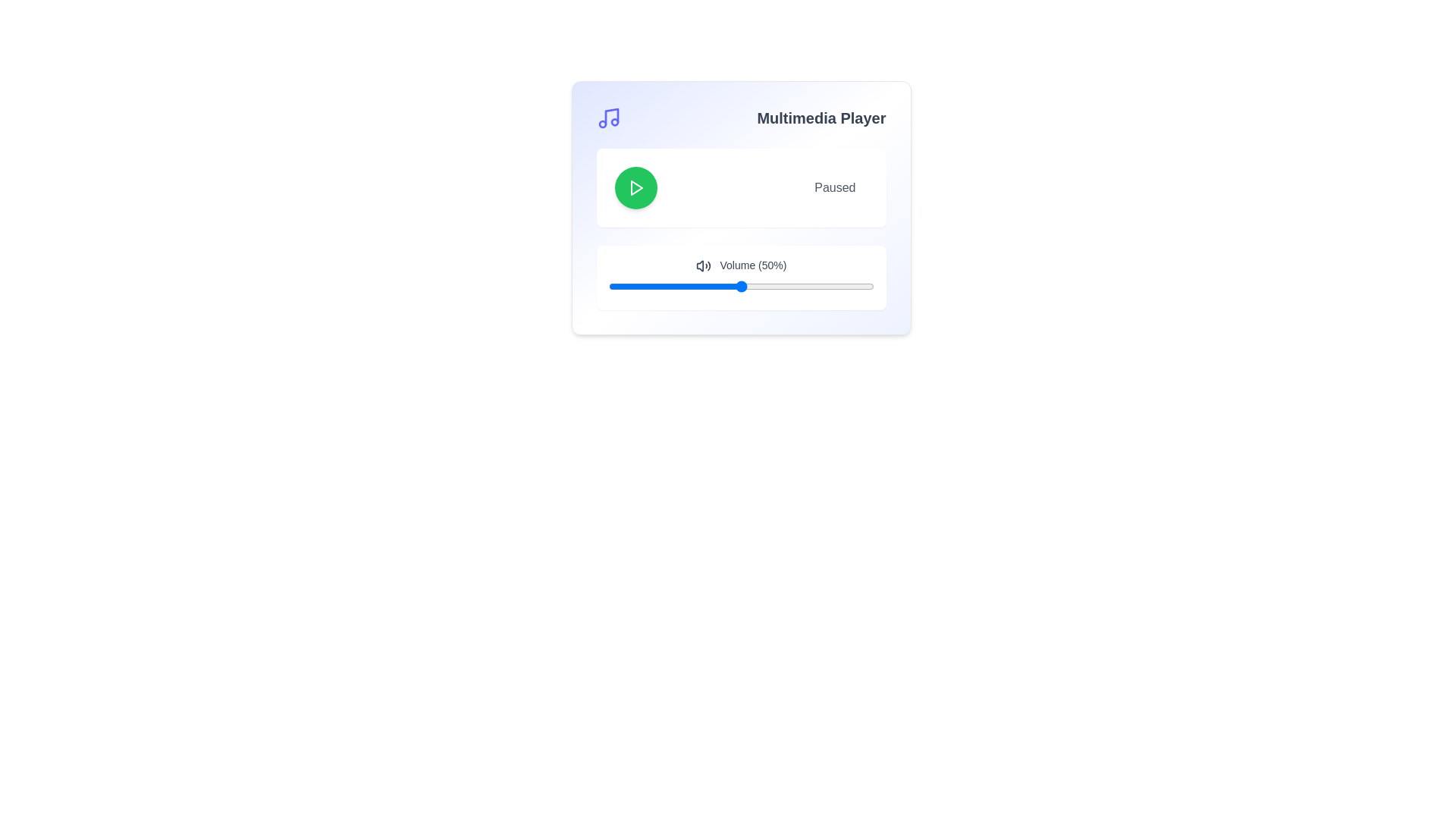  Describe the element at coordinates (834, 187) in the screenshot. I see `the 'Paused' text label, which is displayed in a subdued gray color and is positioned to the right of a circular green play button` at that location.